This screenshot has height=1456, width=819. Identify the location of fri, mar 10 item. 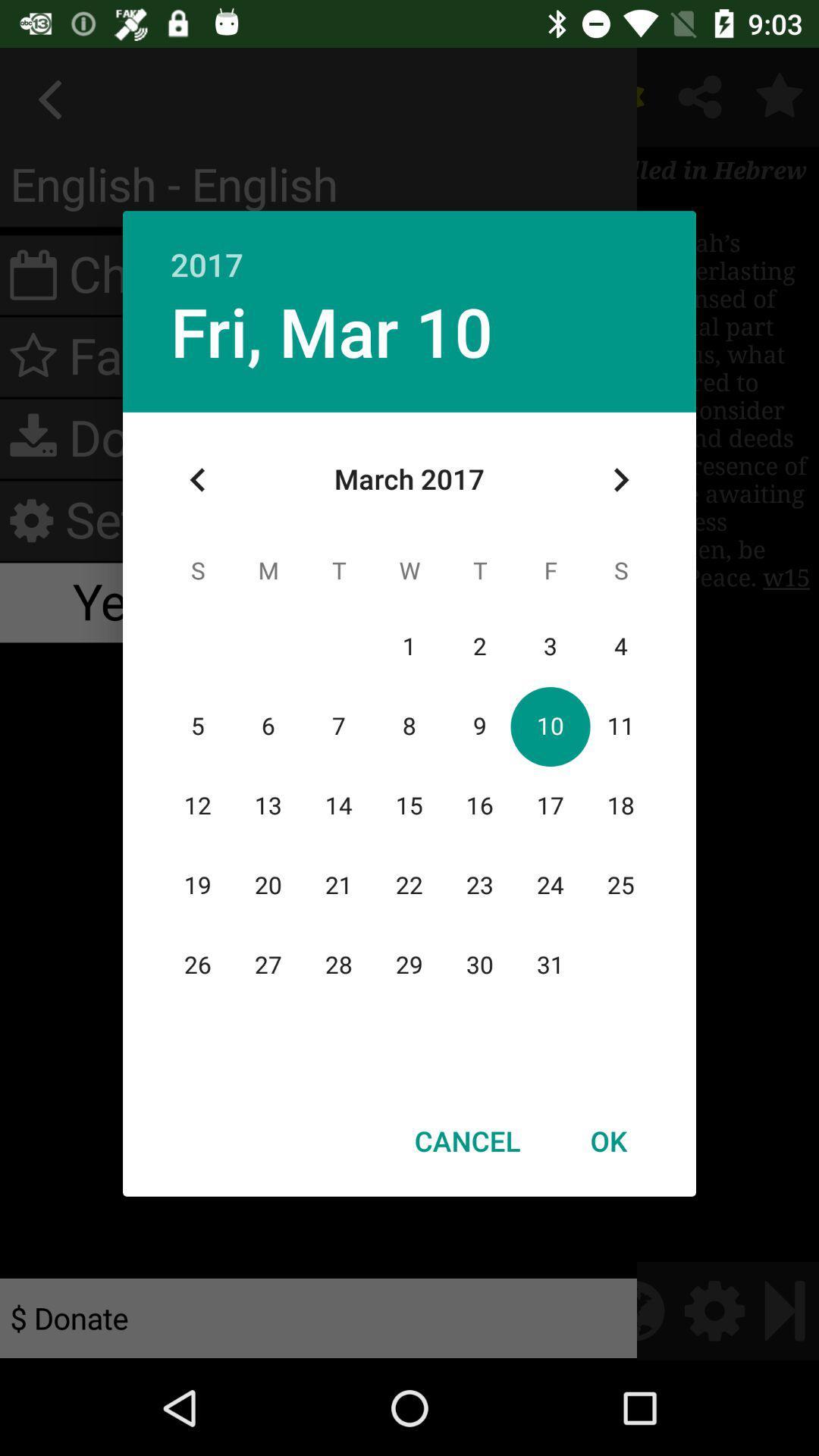
(331, 330).